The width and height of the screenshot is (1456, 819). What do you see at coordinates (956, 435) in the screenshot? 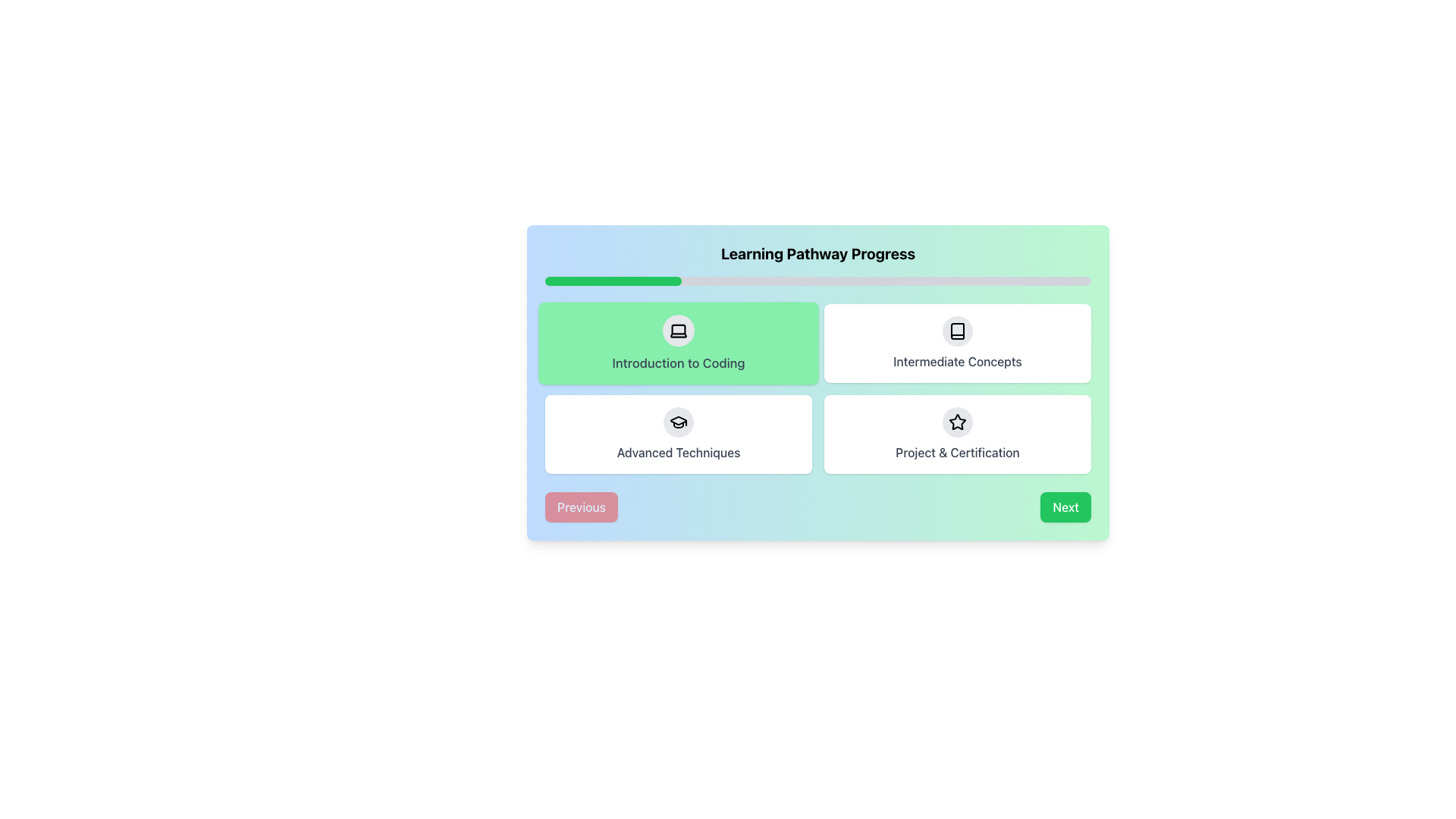
I see `the card labeled 'Project & Certification', which features a star icon at the top center` at bounding box center [956, 435].